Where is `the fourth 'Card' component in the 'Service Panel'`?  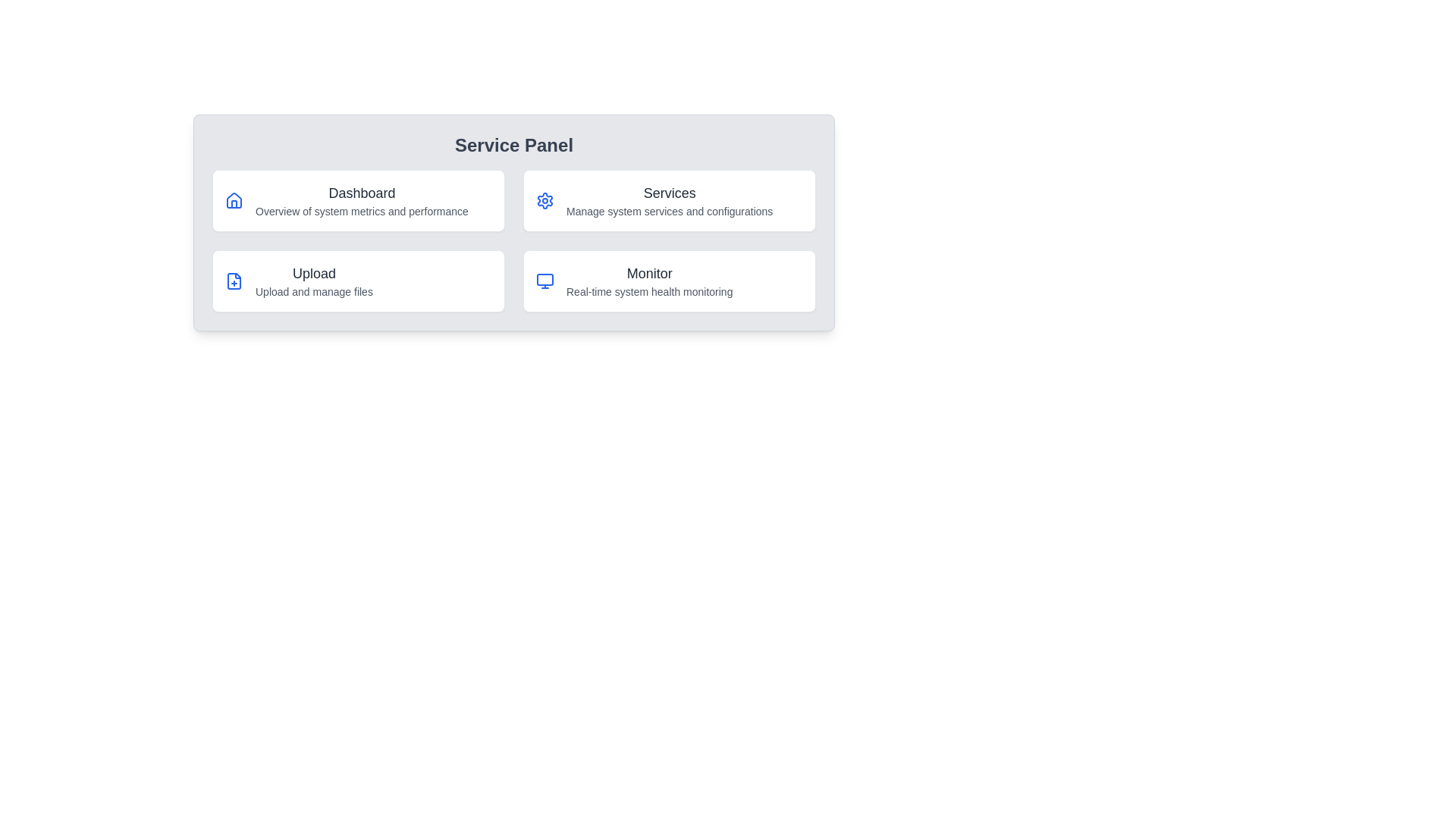
the fourth 'Card' component in the 'Service Panel' is located at coordinates (669, 281).